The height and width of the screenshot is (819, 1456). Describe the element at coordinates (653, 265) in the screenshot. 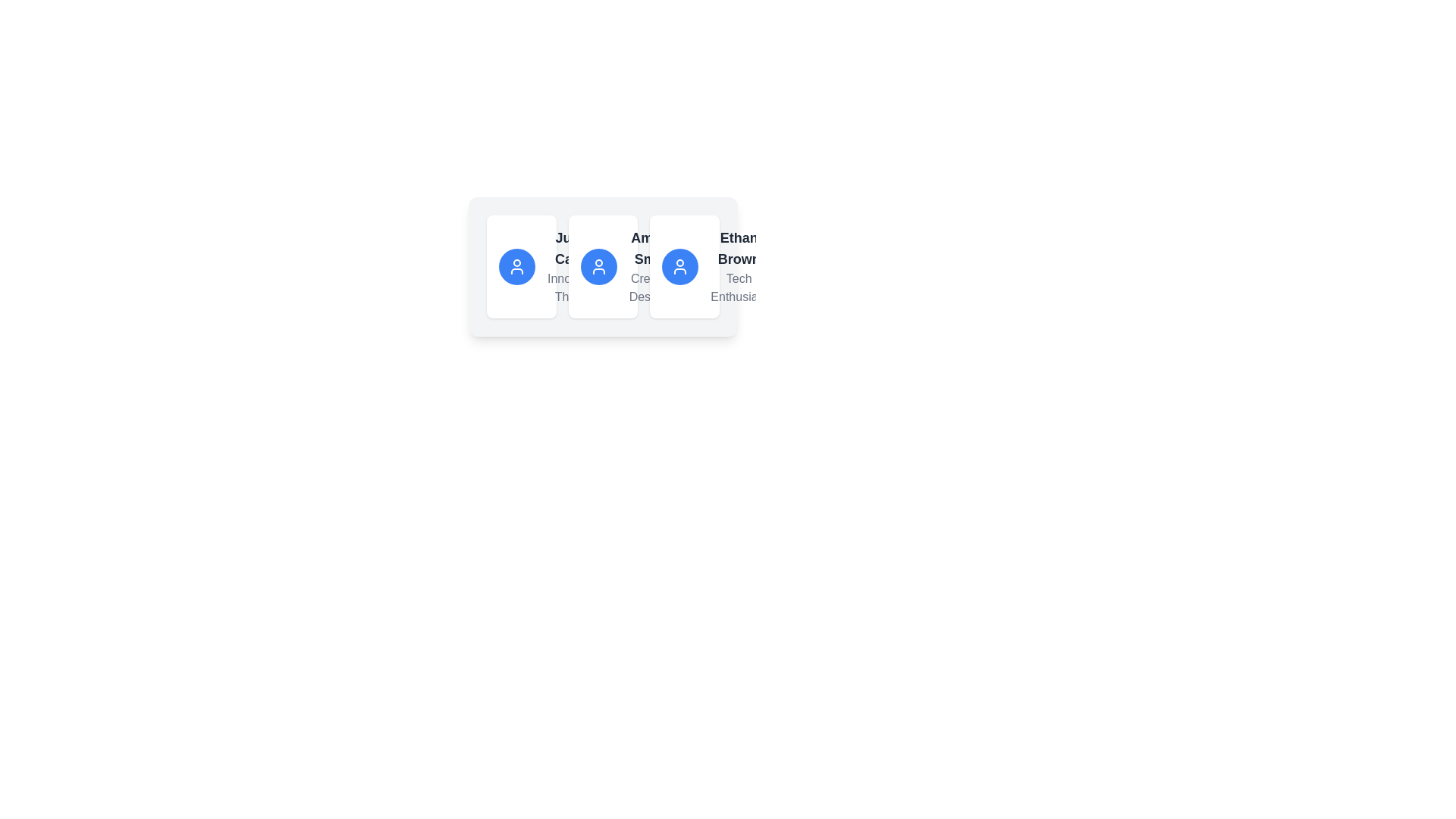

I see `user profile details displayed in the text content of the second card, which includes the user's name and professional role, located next to a circular blue icon` at that location.